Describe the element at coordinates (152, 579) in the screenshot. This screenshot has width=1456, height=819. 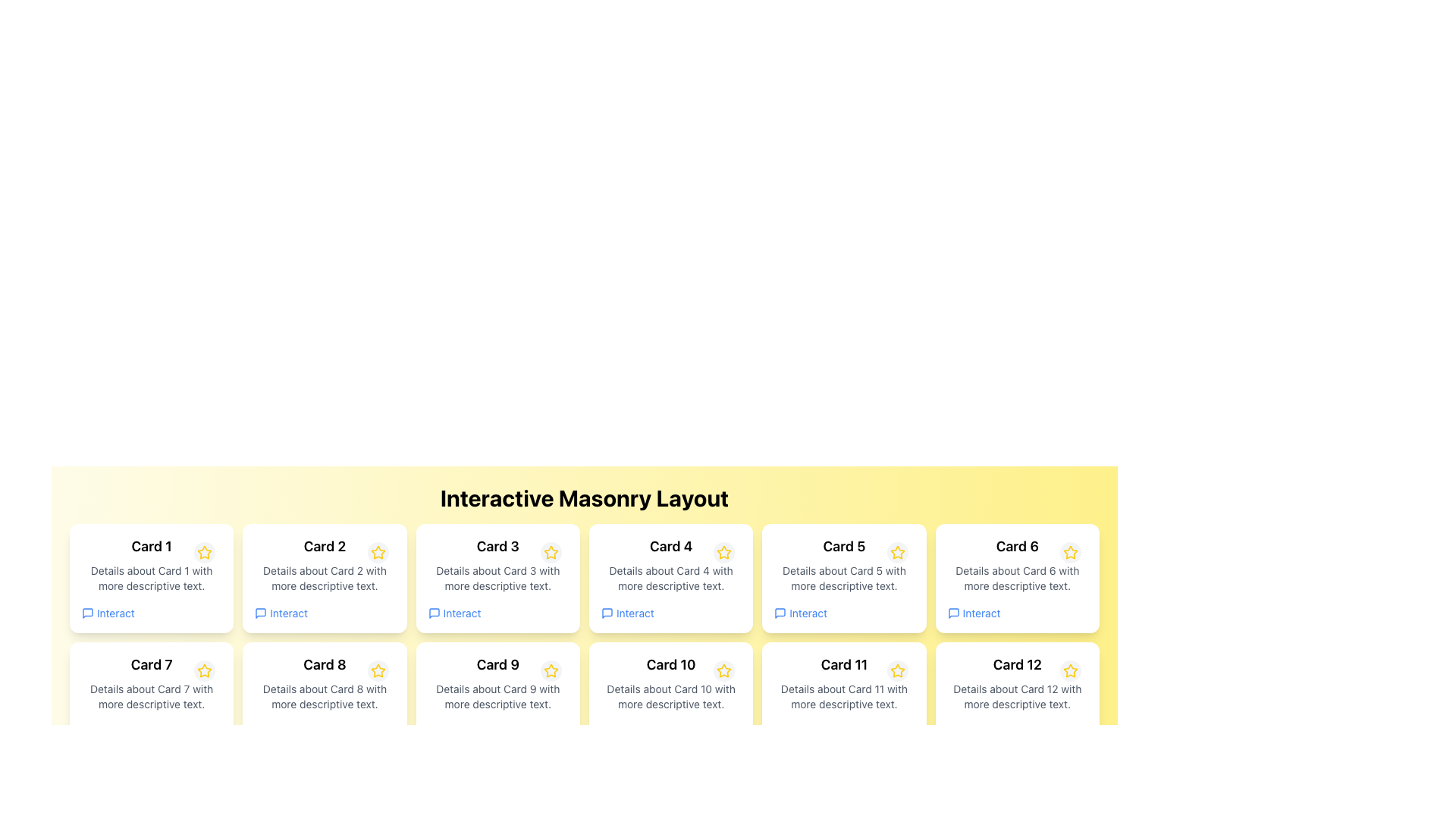
I see `textual information from the first card in a grid layout, which has a white background, rounded corners, and contains the text 'Card 1' and 'Details about Card 1 with more descriptive text.'` at that location.